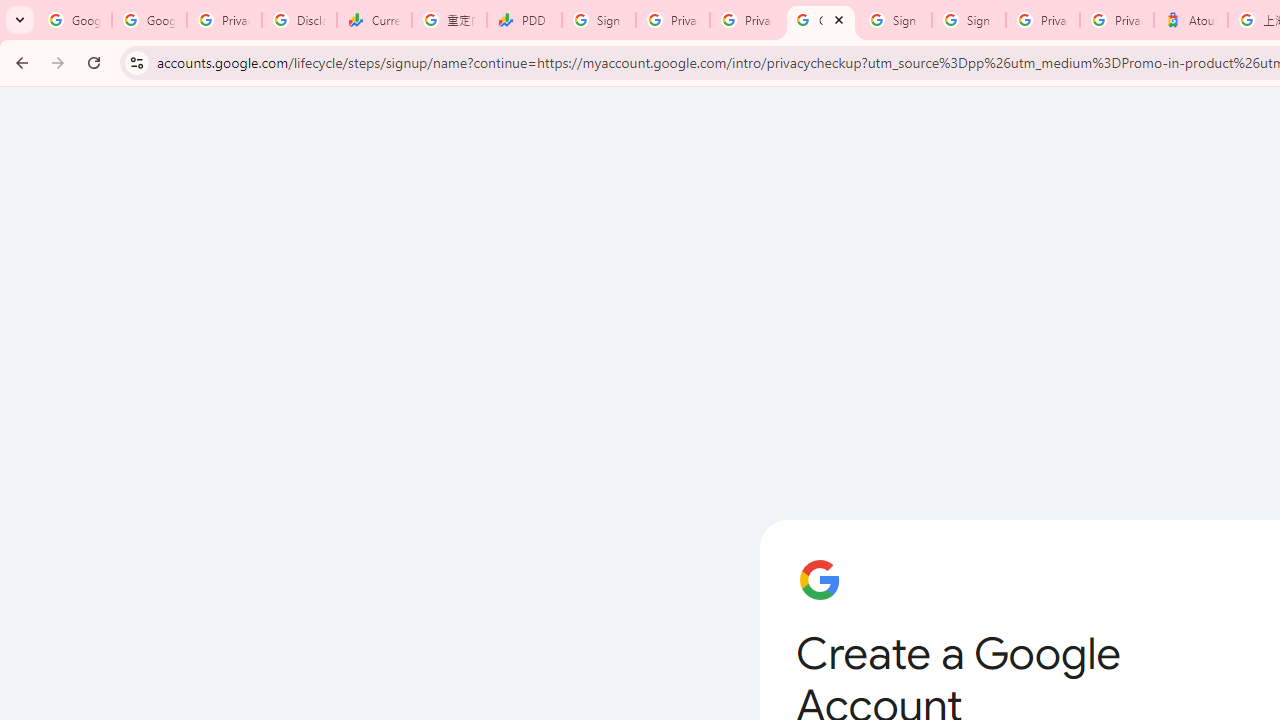  What do you see at coordinates (598, 20) in the screenshot?
I see `'Sign in - Google Accounts'` at bounding box center [598, 20].